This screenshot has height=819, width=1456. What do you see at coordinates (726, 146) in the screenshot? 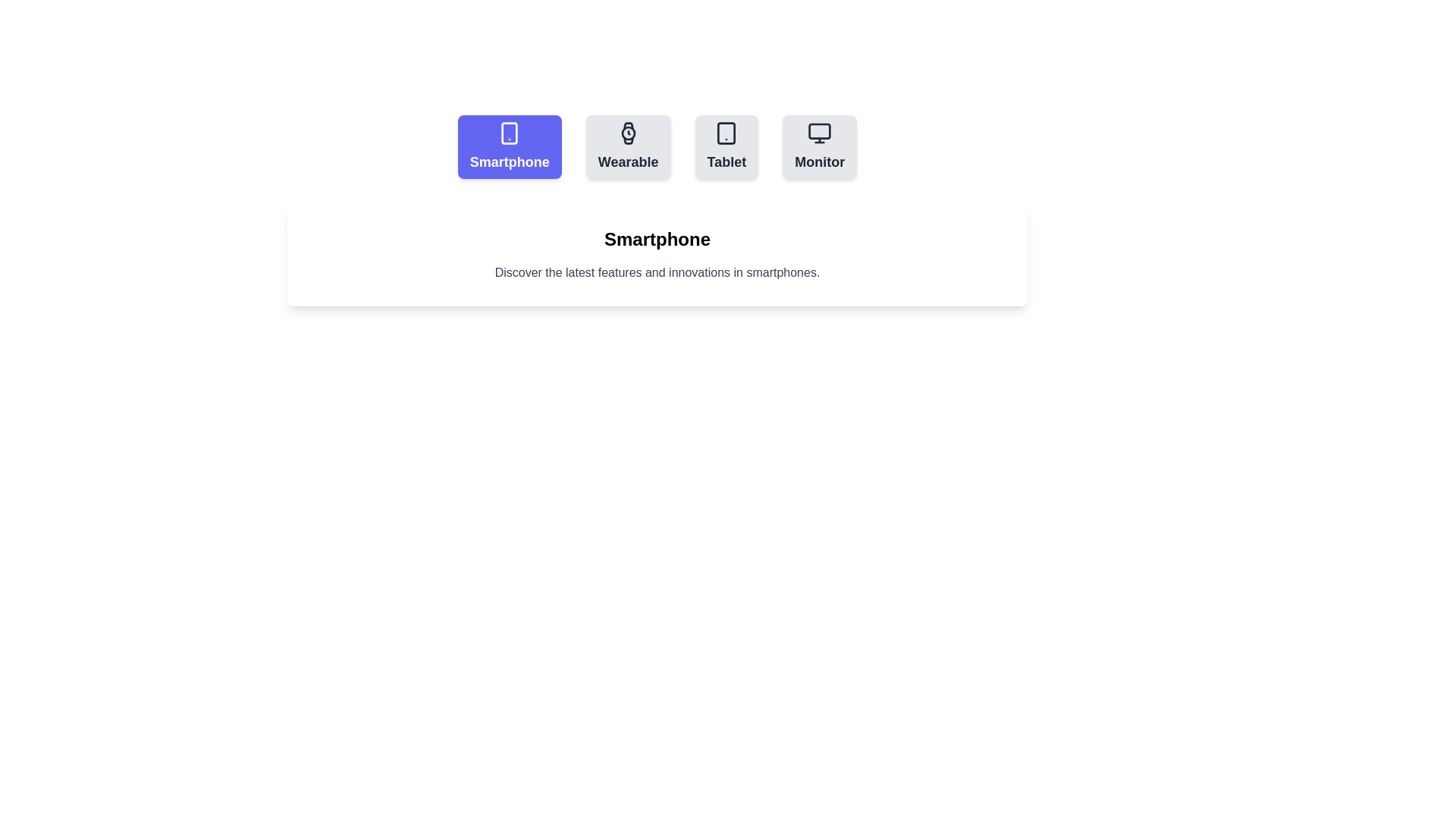
I see `the tab button corresponding to Tablet` at bounding box center [726, 146].